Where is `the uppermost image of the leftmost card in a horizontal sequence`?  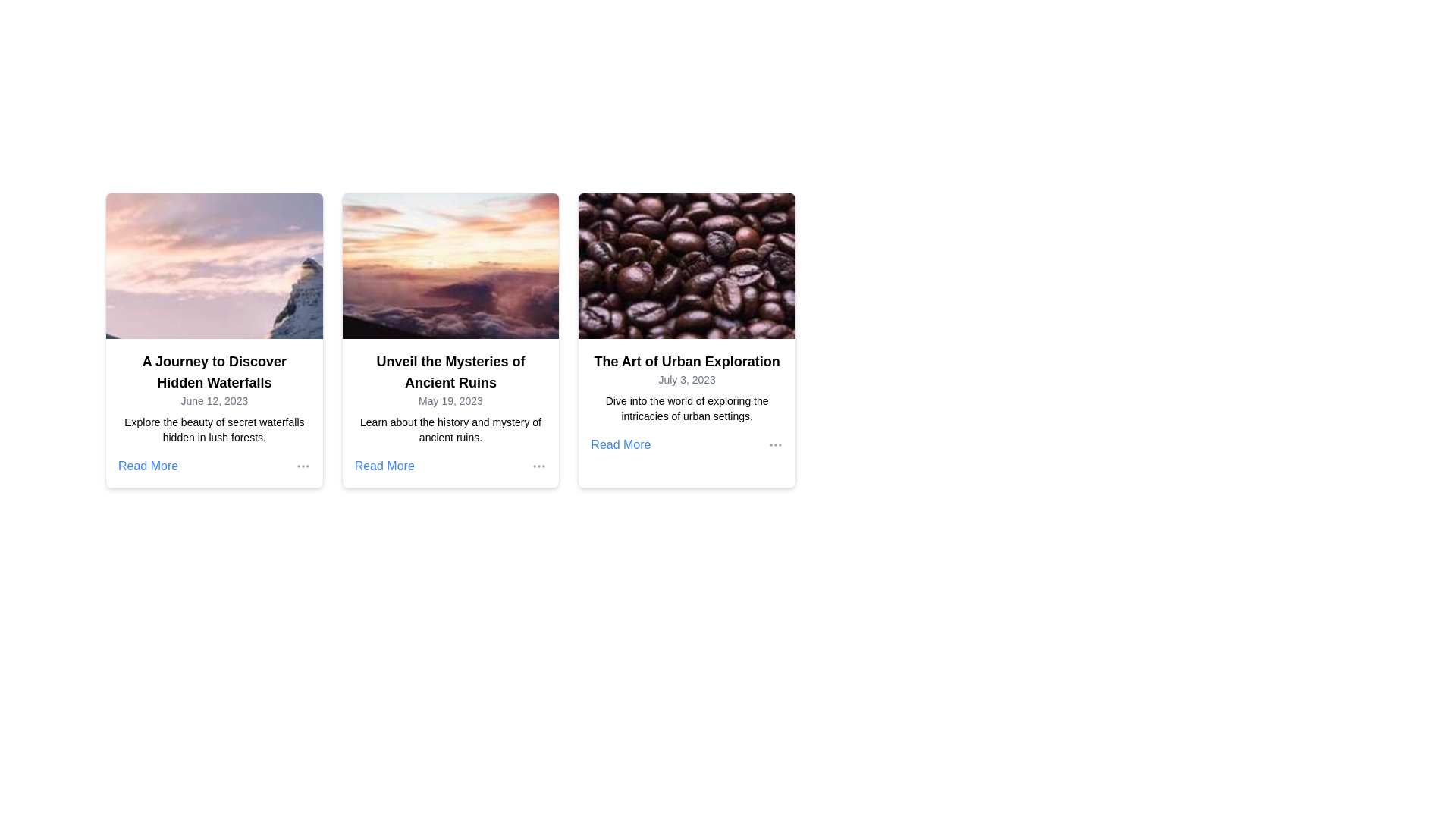 the uppermost image of the leftmost card in a horizontal sequence is located at coordinates (213, 265).